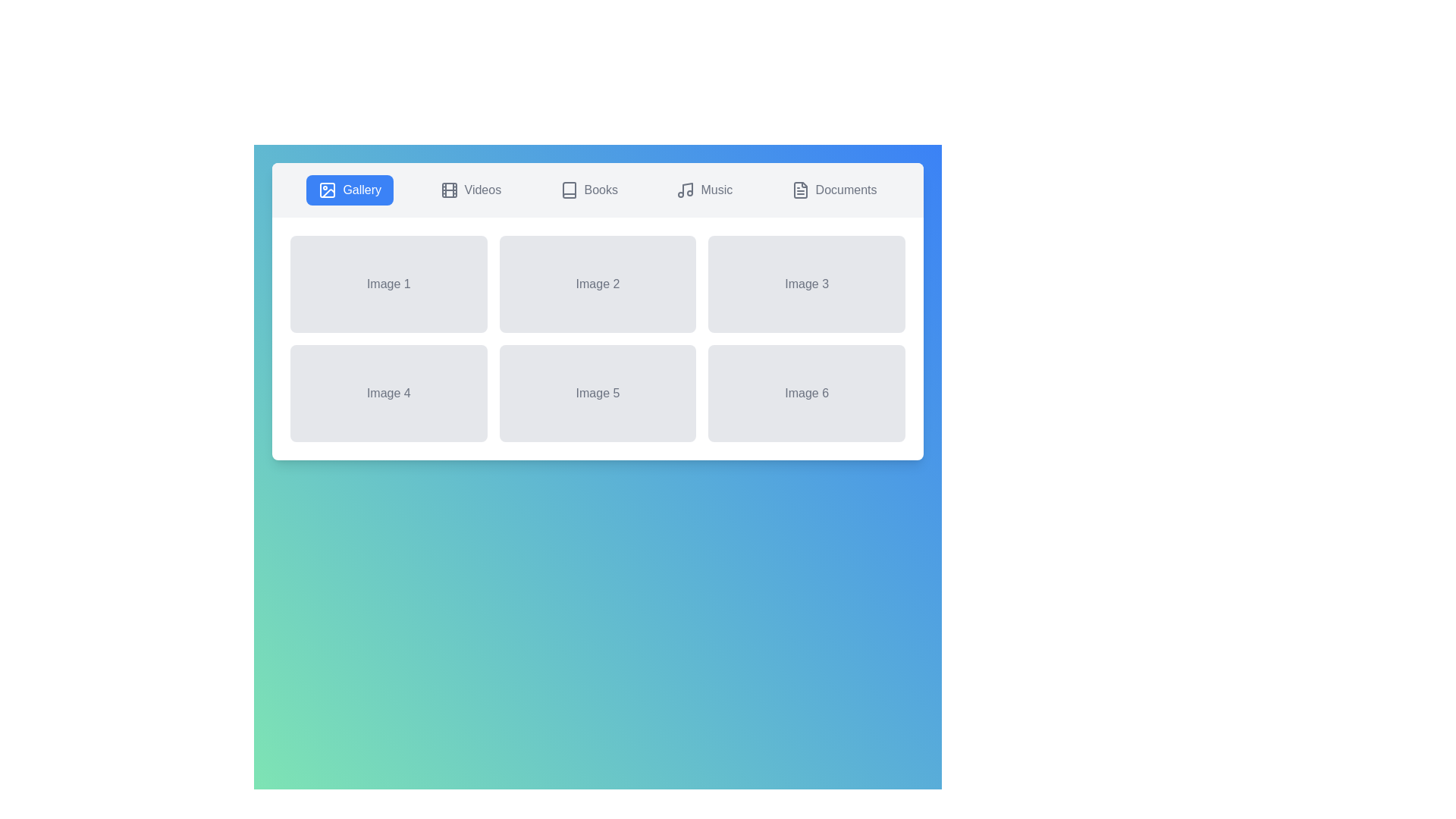 This screenshot has width=1456, height=819. I want to click on the icon resembling an image or picture frame, which features a small circular shape representing a sun or moon and a diagonal line suggesting a mountain or landscape, located within the 'Gallery' button in the navigation bar, so click(327, 189).